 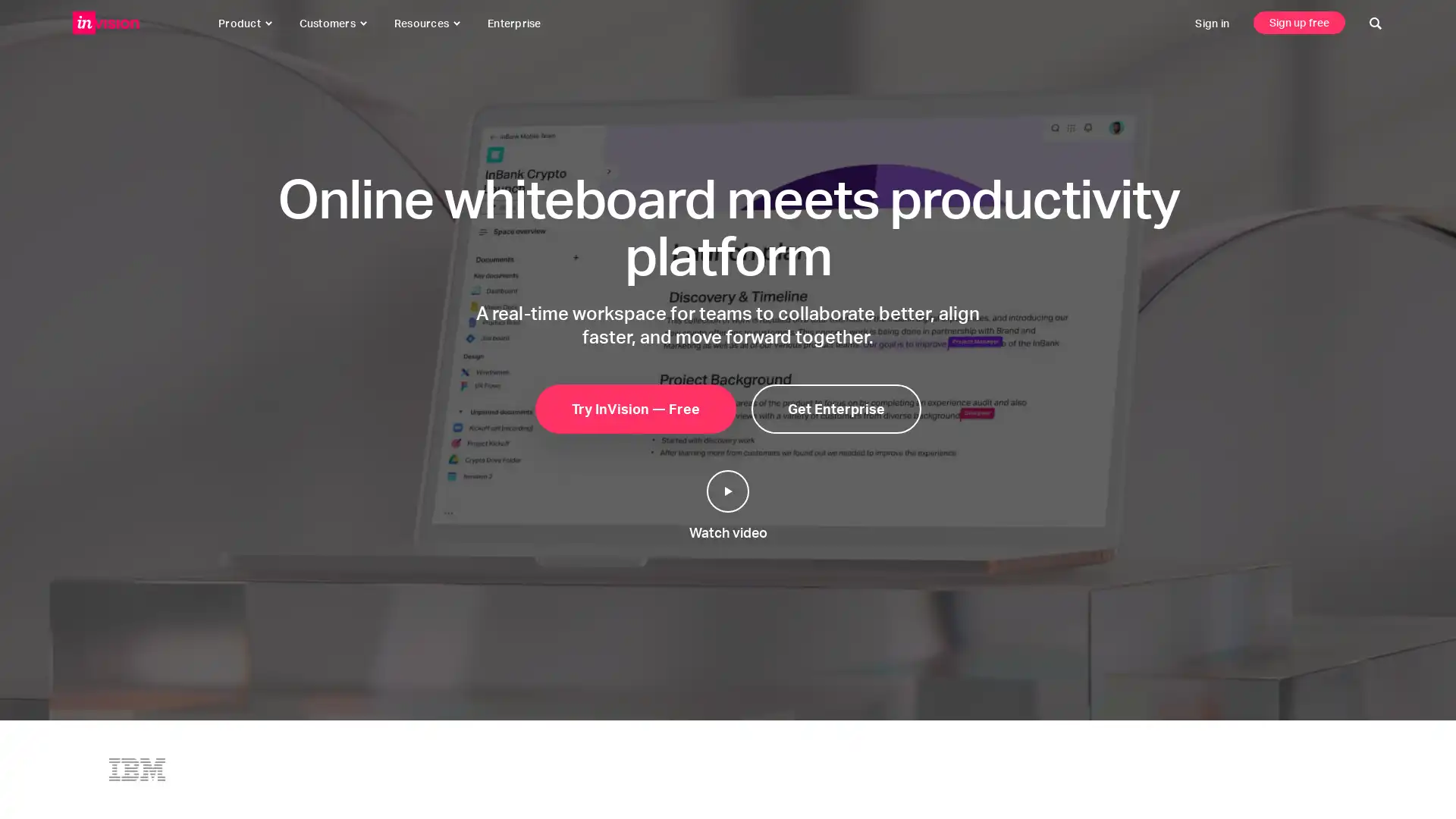 I want to click on try invision  free, so click(x=635, y=408).